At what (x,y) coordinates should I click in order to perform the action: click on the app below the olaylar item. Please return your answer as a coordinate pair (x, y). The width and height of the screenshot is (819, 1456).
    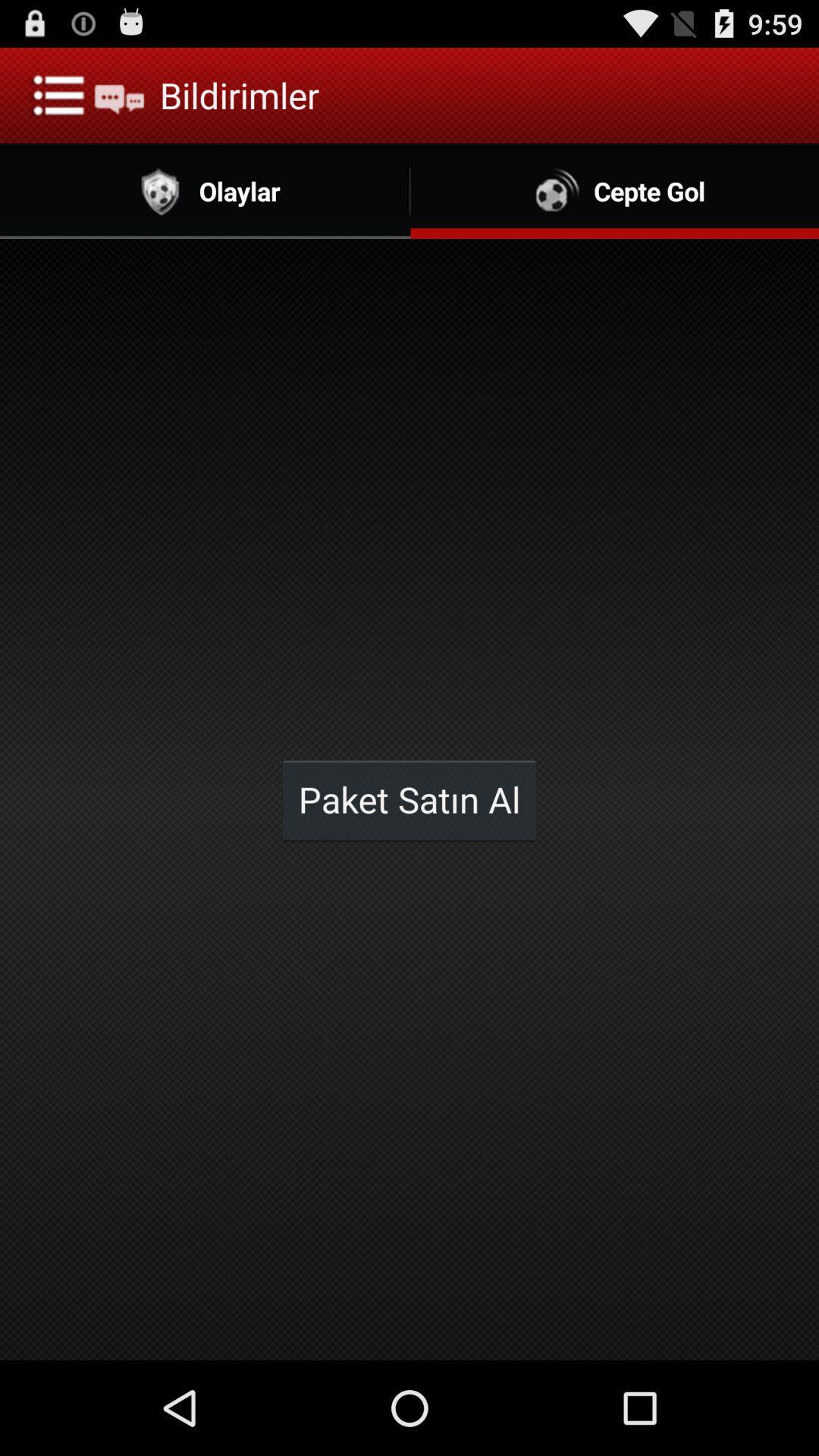
    Looking at the image, I should click on (409, 799).